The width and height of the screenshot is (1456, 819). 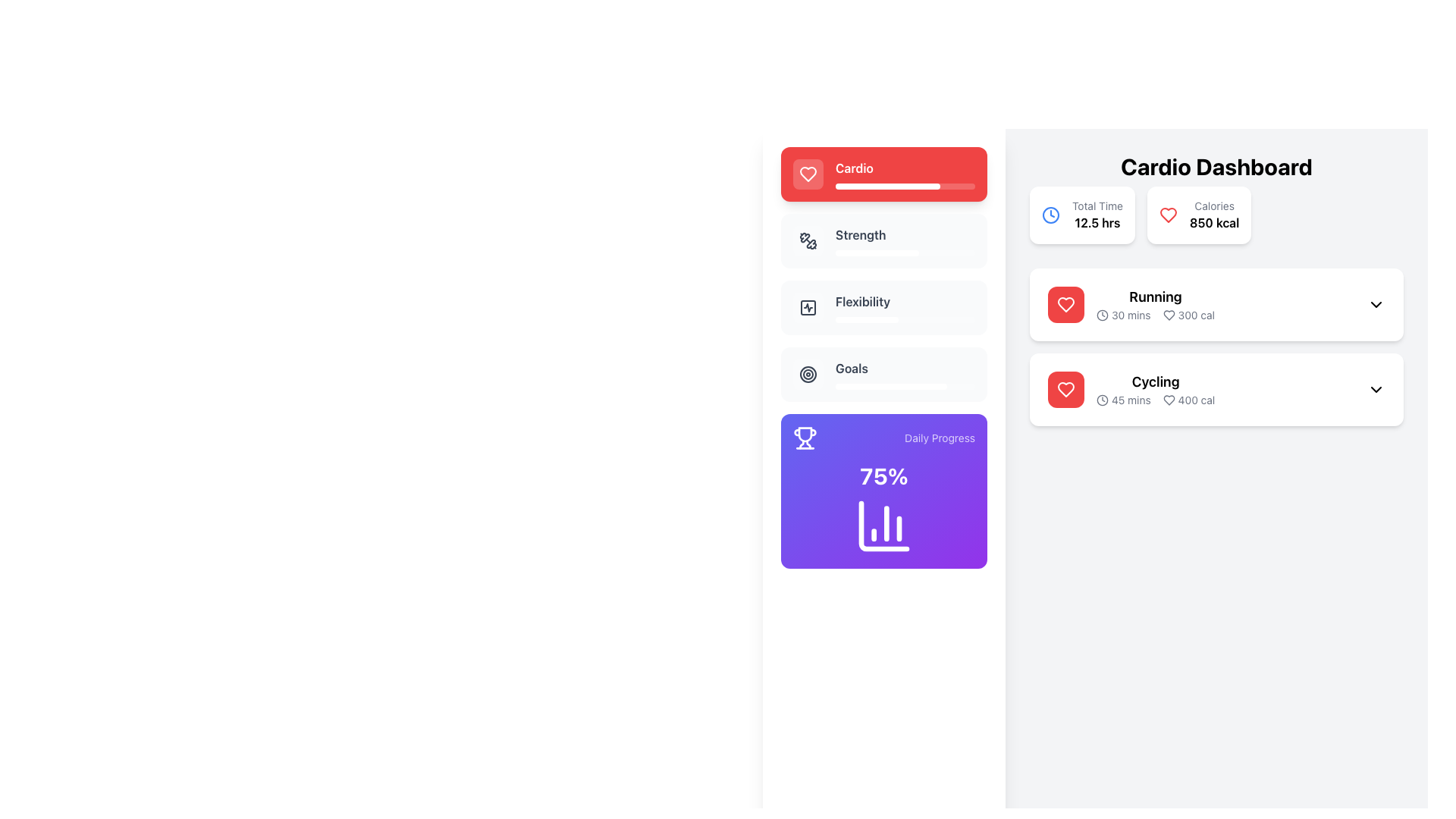 What do you see at coordinates (1155, 304) in the screenshot?
I see `the 'Running' Text Display element in the Cardio Dashboard section, which shows time and calorie details` at bounding box center [1155, 304].